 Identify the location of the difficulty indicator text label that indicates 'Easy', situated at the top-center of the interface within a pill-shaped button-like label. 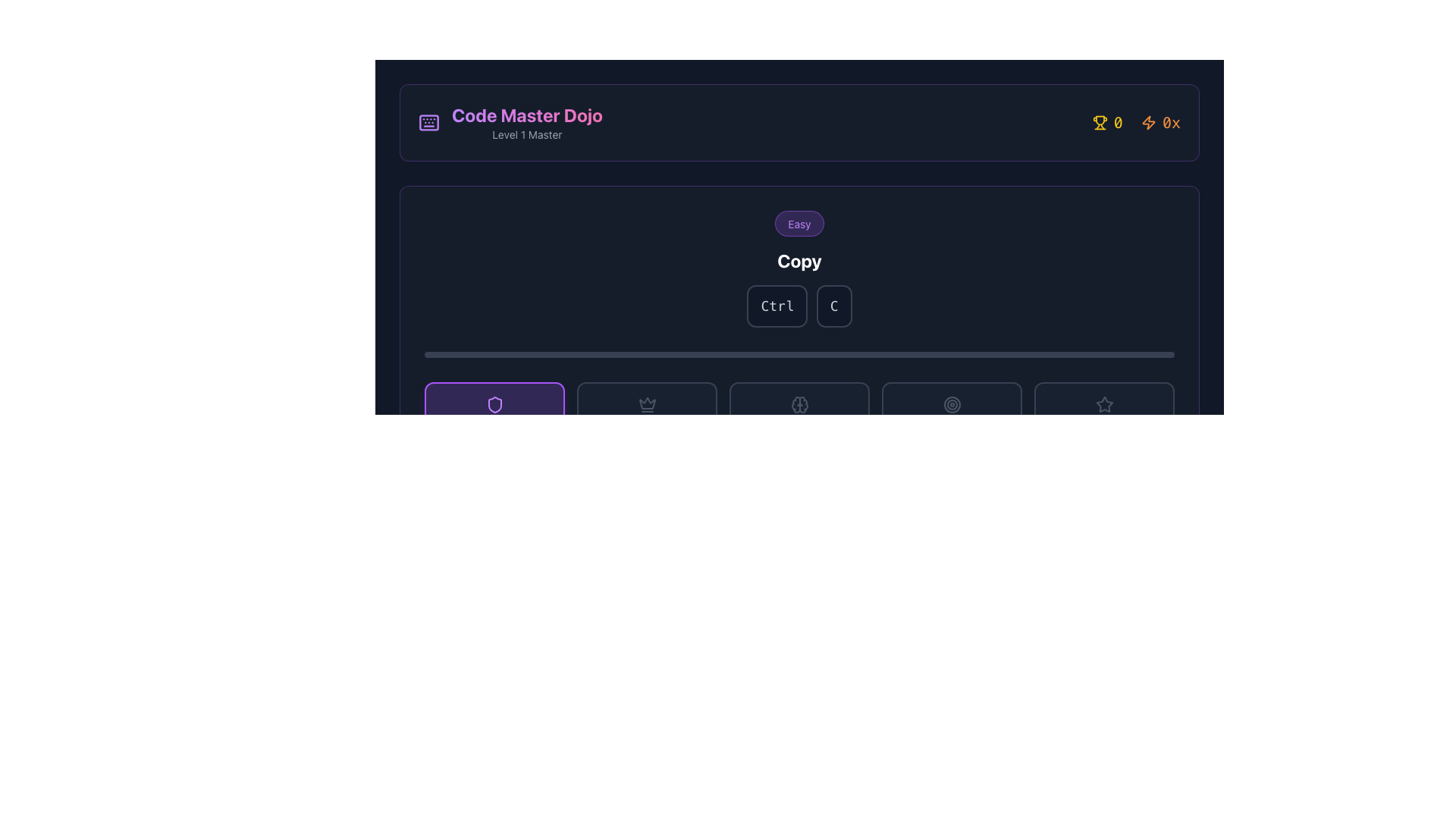
(799, 224).